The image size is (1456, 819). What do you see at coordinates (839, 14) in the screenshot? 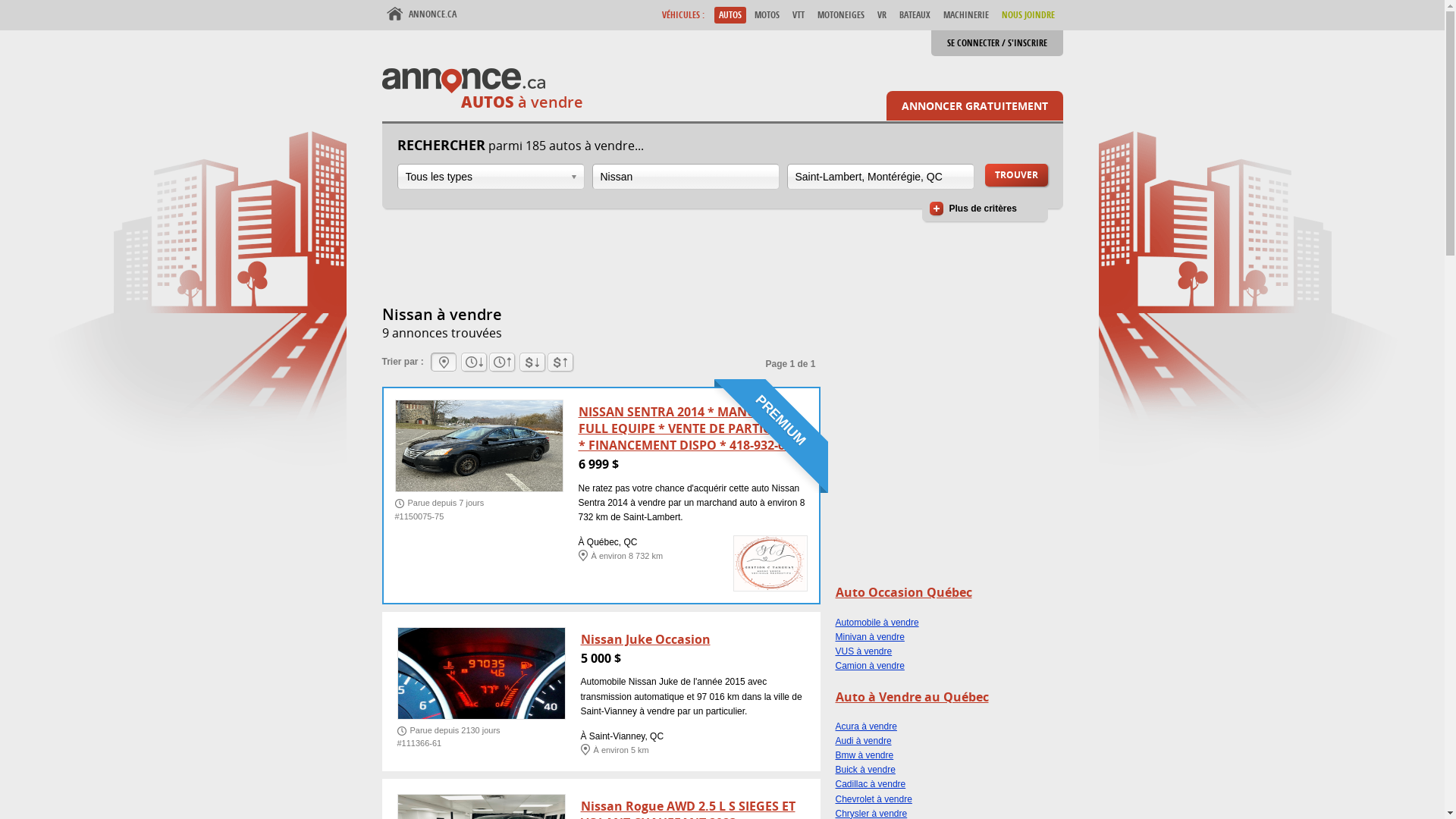
I see `'MOTONEIGES'` at bounding box center [839, 14].